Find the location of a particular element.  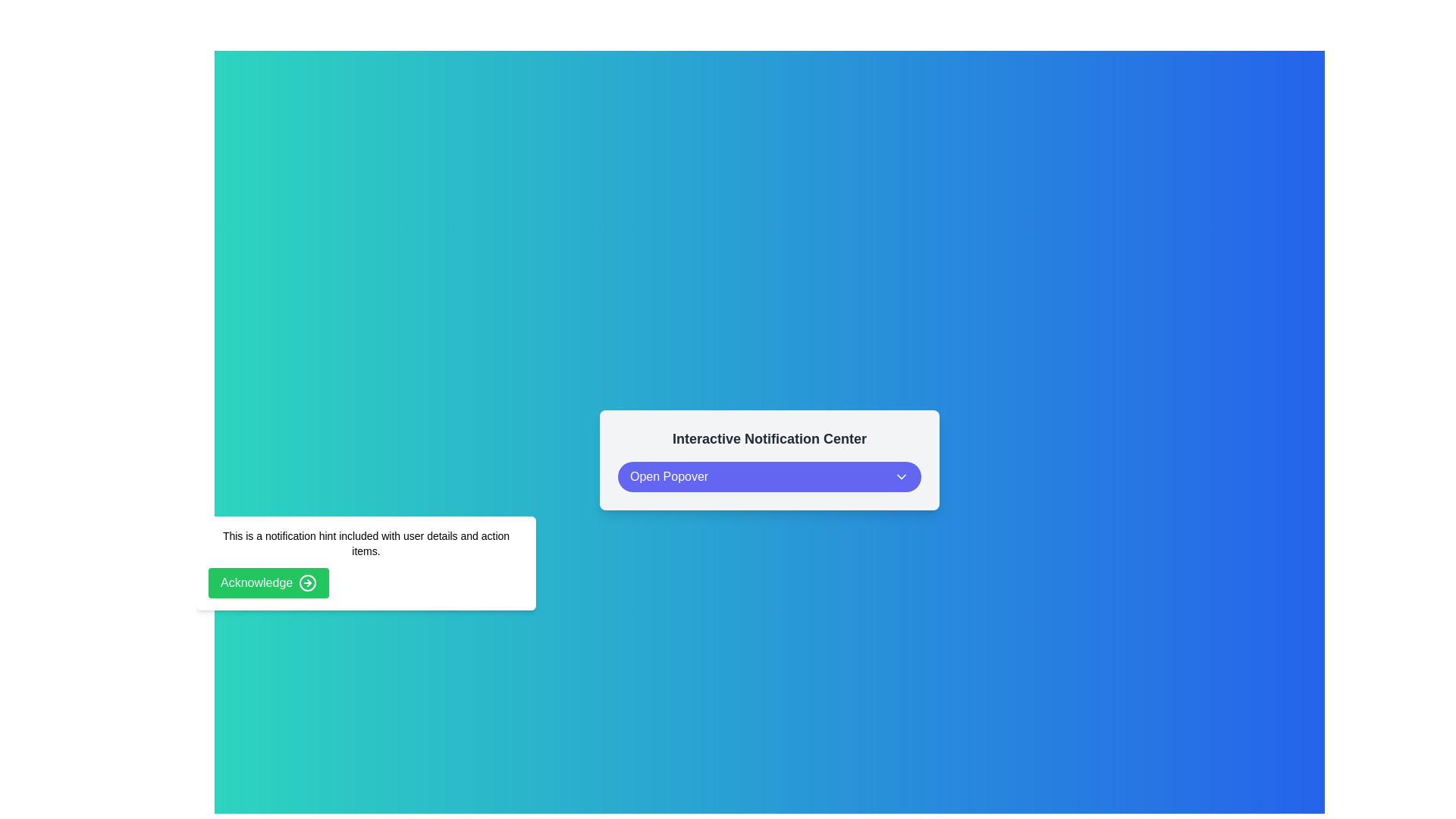

the green 'Acknowledge' action button in the white notification panel to acknowledge the notification is located at coordinates (366, 563).